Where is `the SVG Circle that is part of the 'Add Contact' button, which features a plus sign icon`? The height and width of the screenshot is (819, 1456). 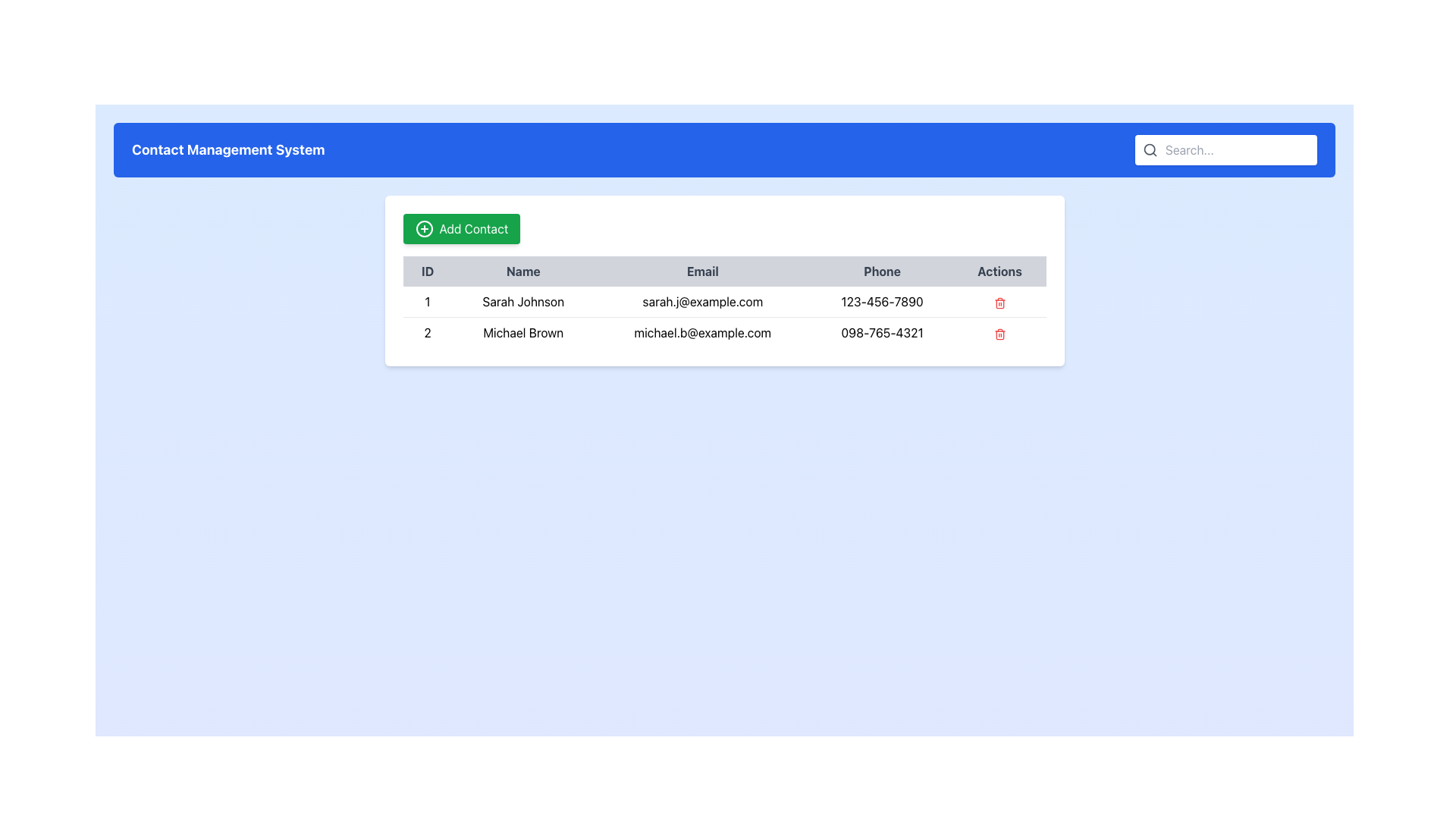
the SVG Circle that is part of the 'Add Contact' button, which features a plus sign icon is located at coordinates (424, 228).